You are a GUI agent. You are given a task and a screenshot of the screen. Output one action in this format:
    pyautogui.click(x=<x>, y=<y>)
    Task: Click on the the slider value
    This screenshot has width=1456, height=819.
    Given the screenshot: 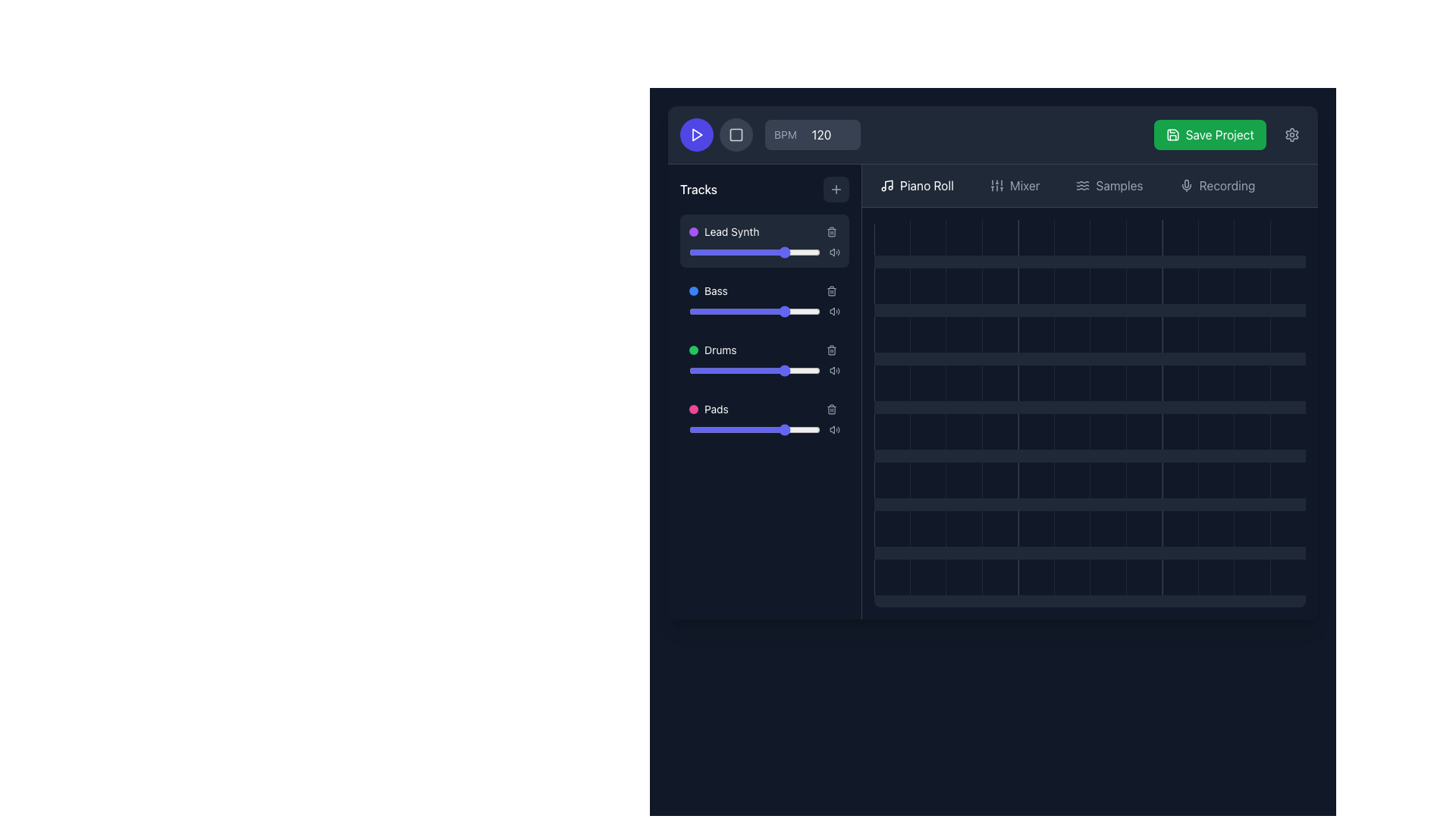 What is the action you would take?
    pyautogui.click(x=767, y=371)
    